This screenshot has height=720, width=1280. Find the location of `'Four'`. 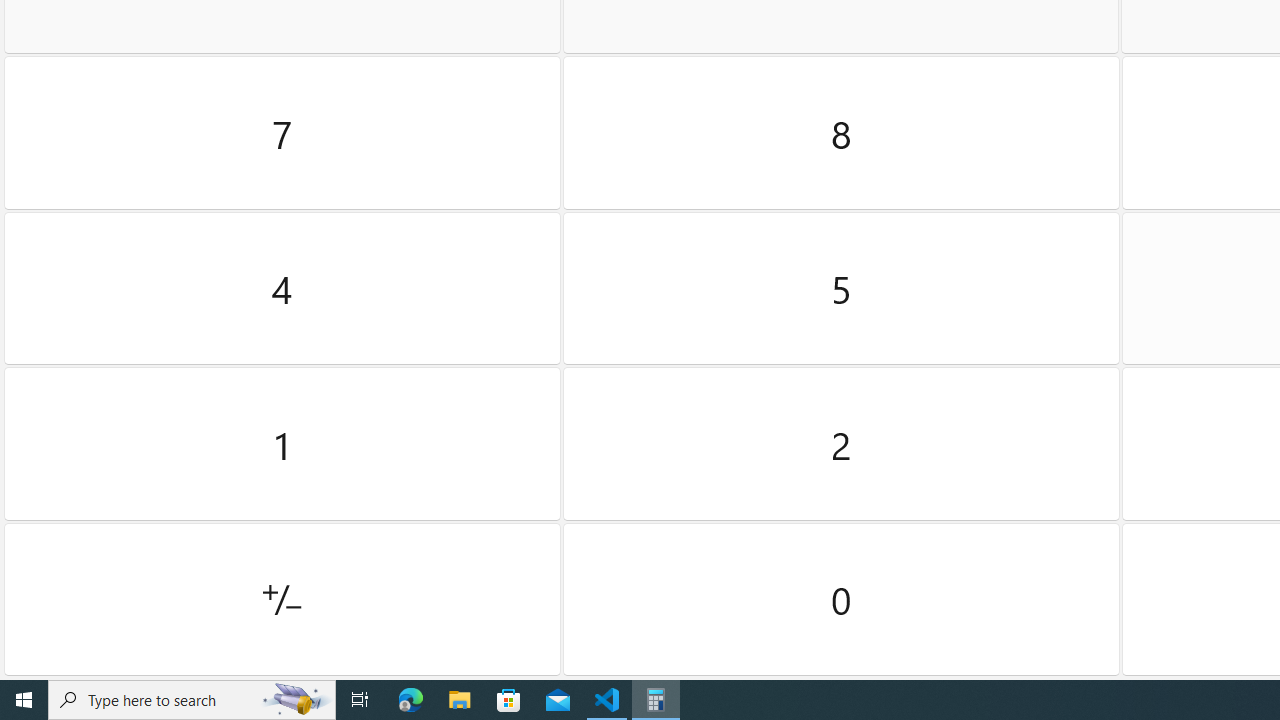

'Four' is located at coordinates (281, 288).